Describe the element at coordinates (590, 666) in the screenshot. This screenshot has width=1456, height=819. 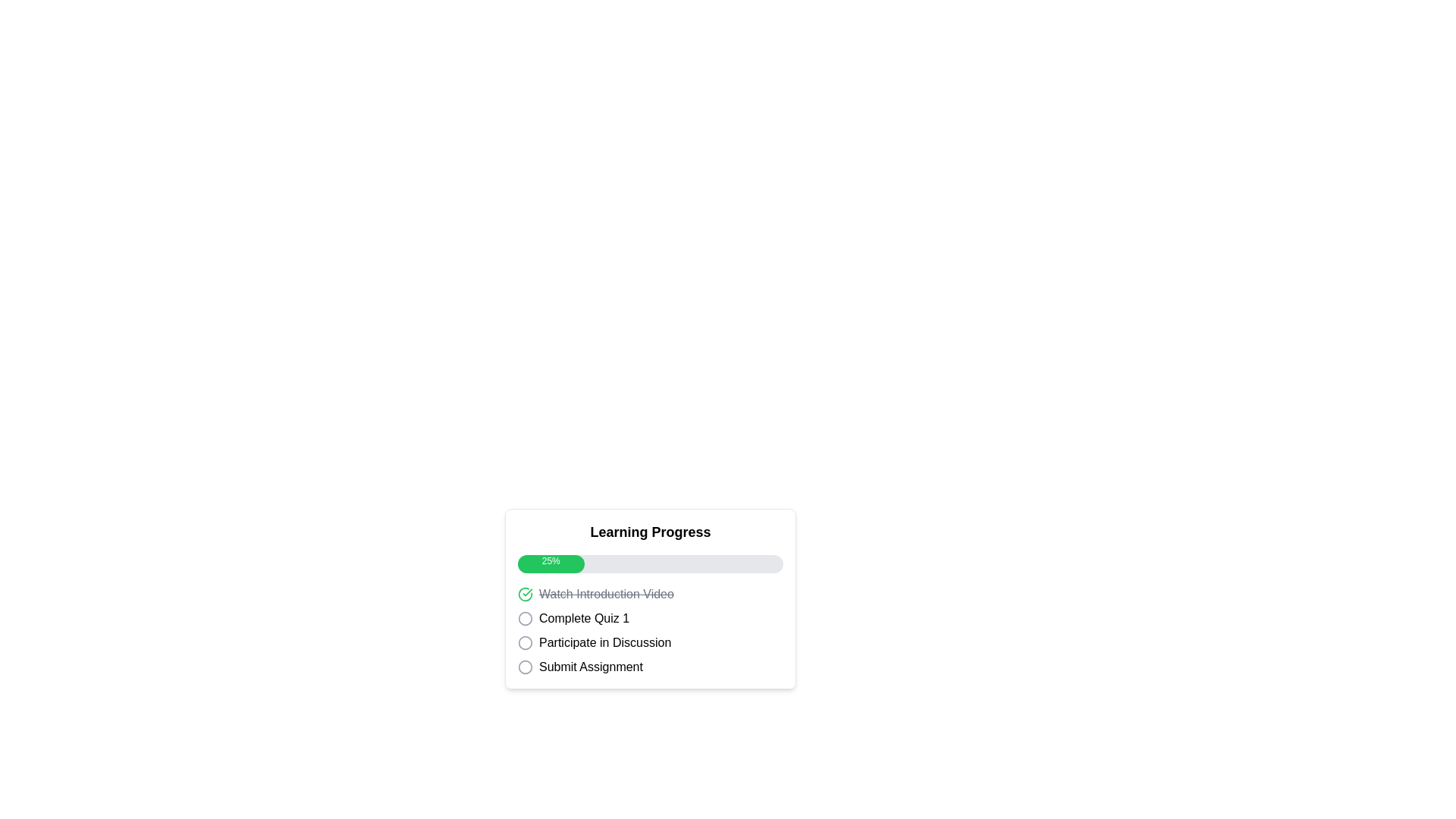
I see `the 'Submit Assignment' text label, which is the fourth item in the vertical list below 'Participate in Discussion' and is paired with a circular checkbox icon` at that location.